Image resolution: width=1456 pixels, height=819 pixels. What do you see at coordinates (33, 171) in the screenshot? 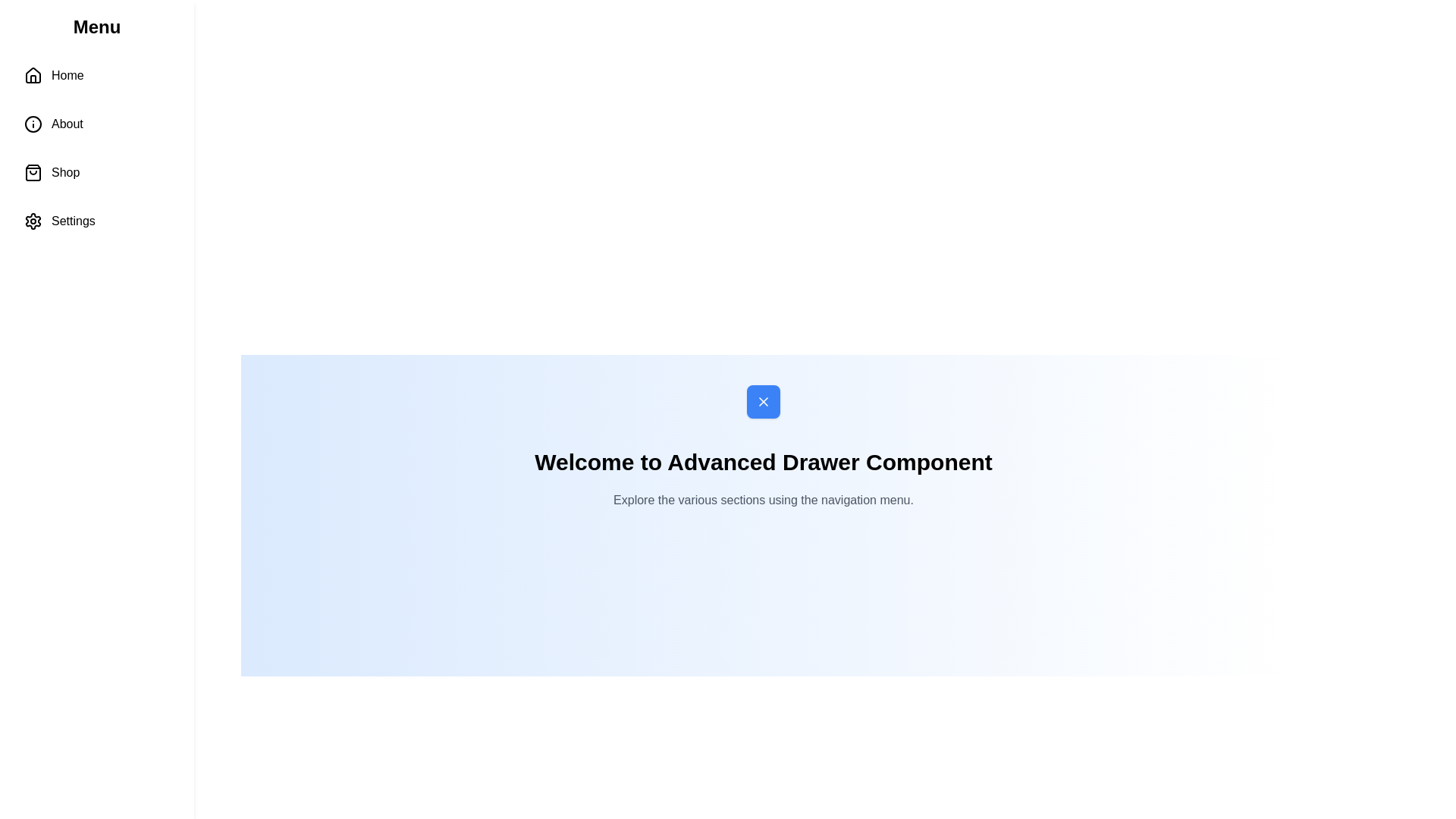
I see `the 'Shop' icon in the vertical navigation menu` at bounding box center [33, 171].